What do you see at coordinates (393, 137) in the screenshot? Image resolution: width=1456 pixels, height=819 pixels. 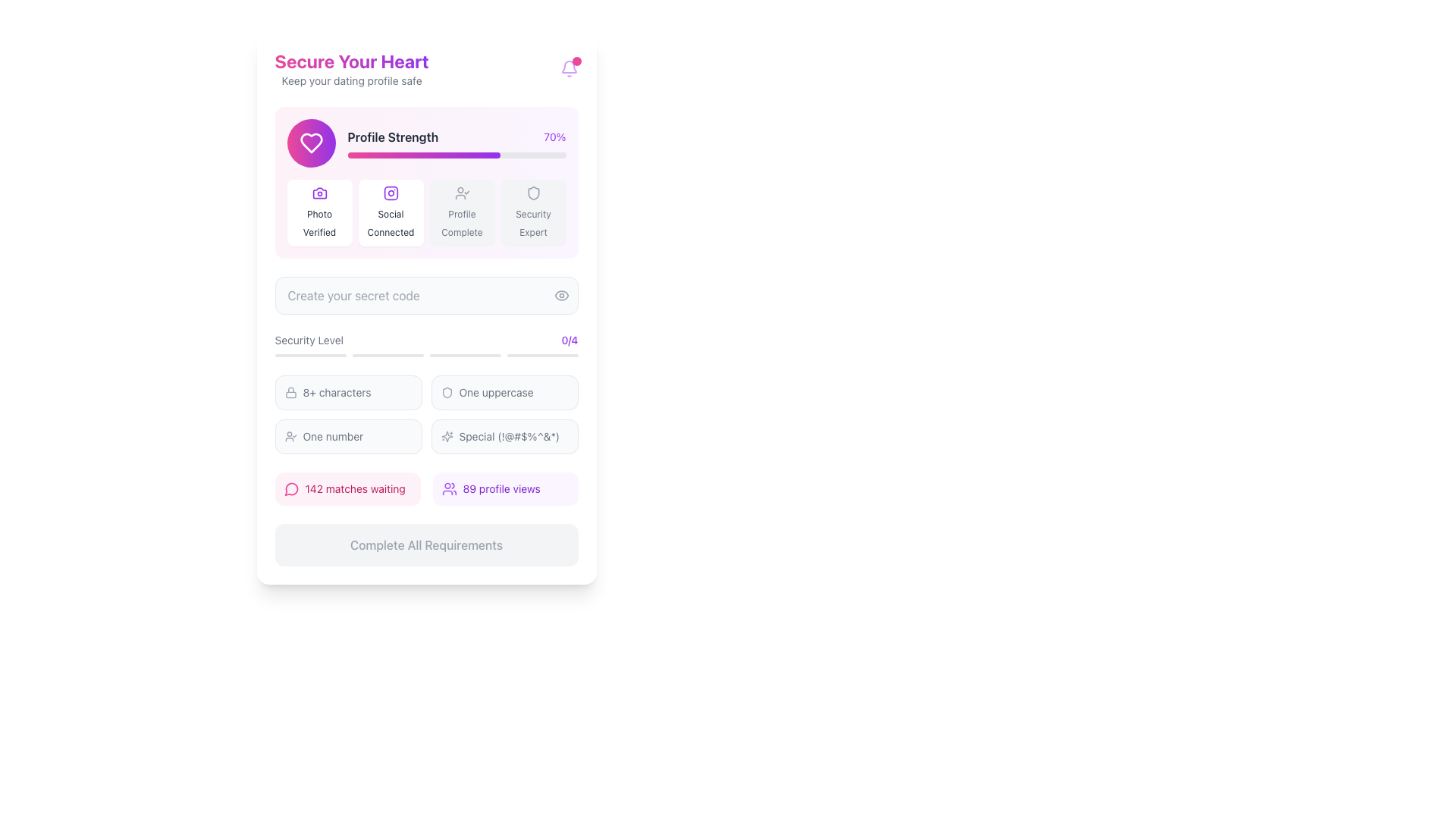 I see `the text label that indicates the profile's strength, located above the progress bar and next to the '70%' text` at bounding box center [393, 137].